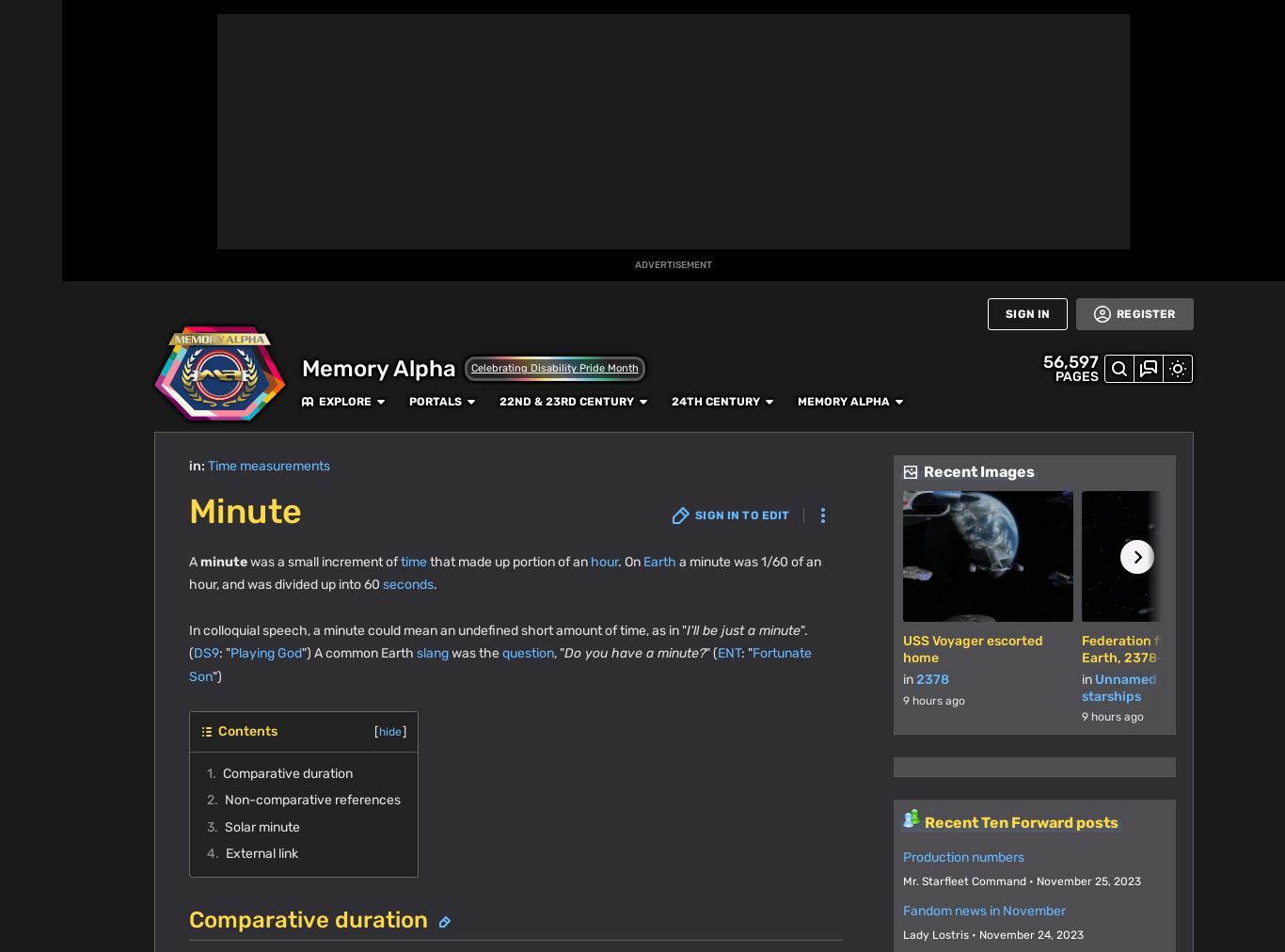  I want to click on 'information for full details.', so click(265, 184).